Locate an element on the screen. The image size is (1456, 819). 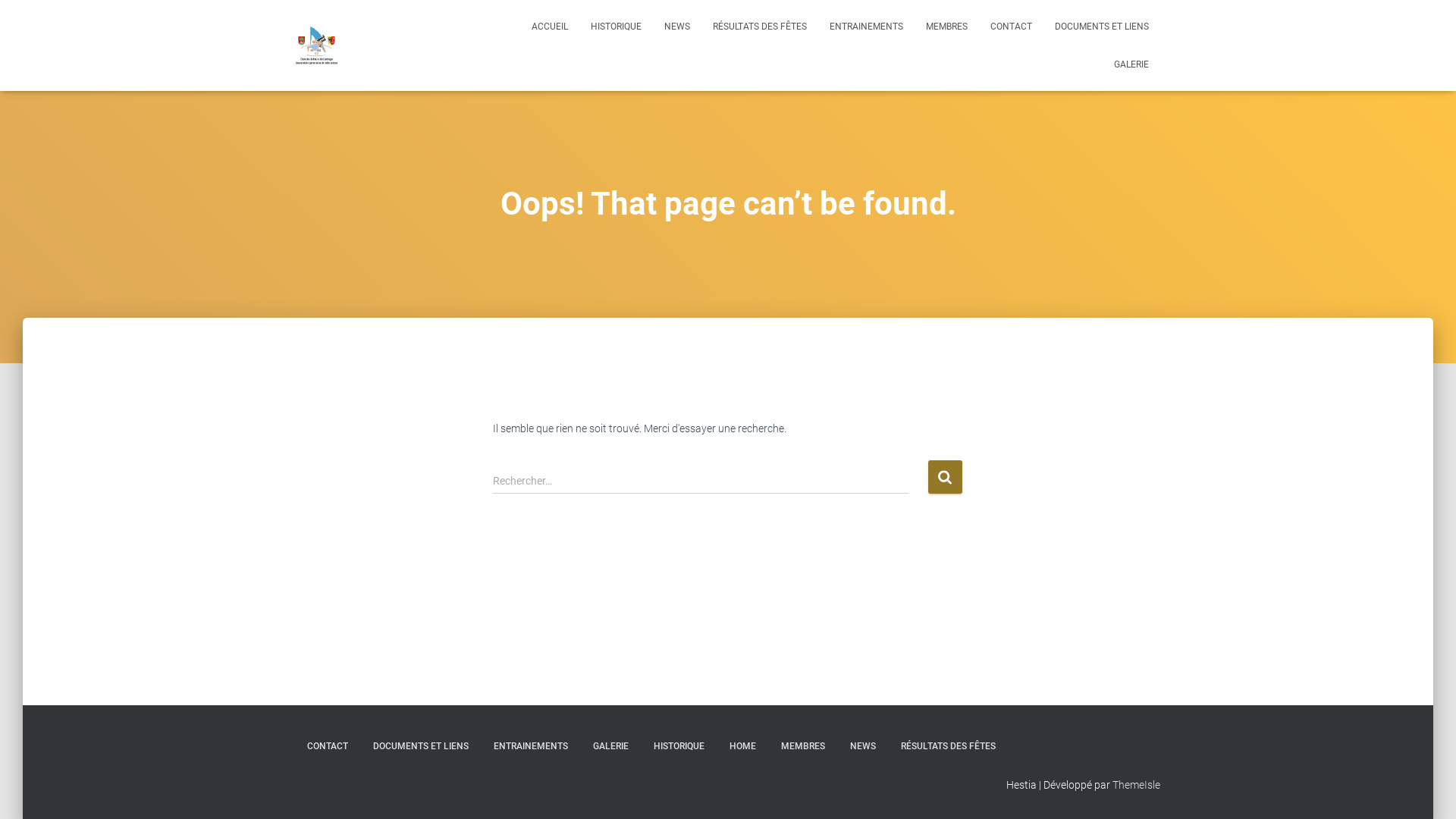
'DOCUMENTS ET LIENS' is located at coordinates (360, 745).